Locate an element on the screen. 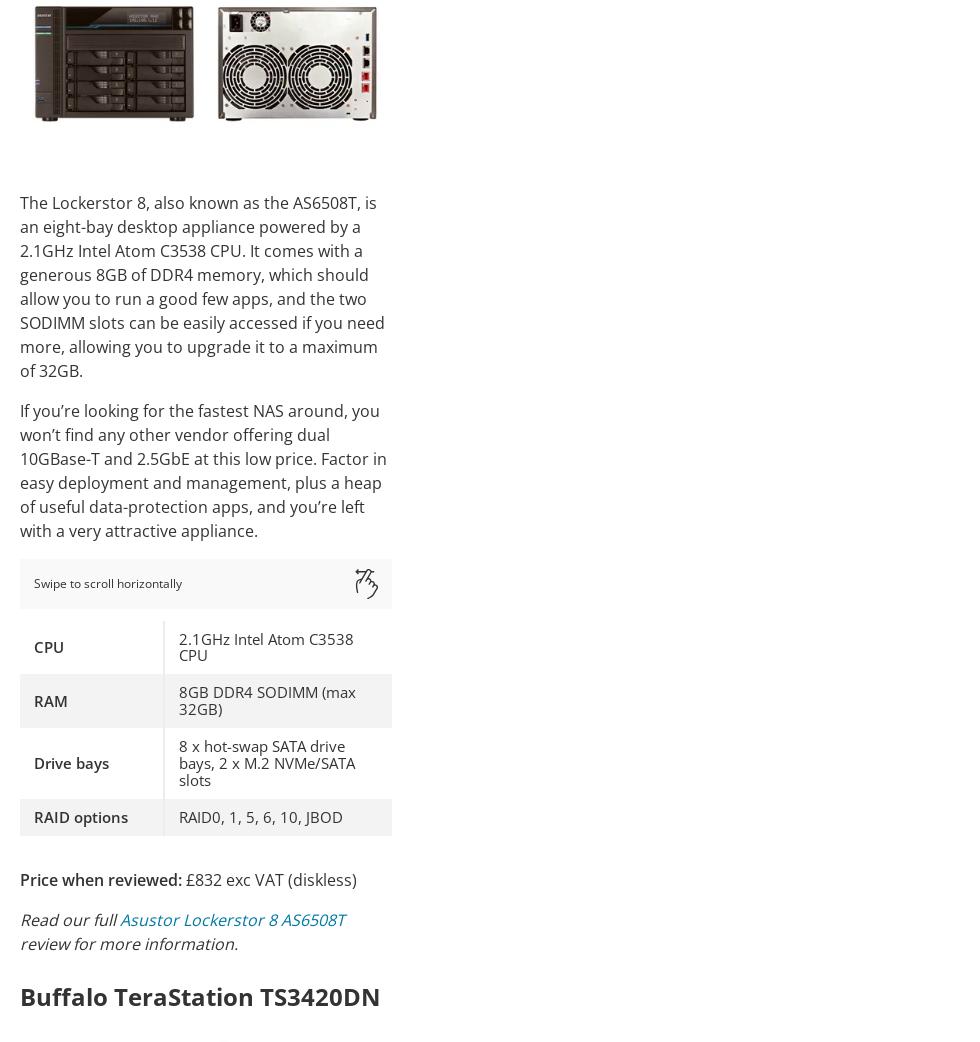 The image size is (980, 1042). 'RAID0, 1, 5, 6, 10, JBOD' is located at coordinates (260, 815).